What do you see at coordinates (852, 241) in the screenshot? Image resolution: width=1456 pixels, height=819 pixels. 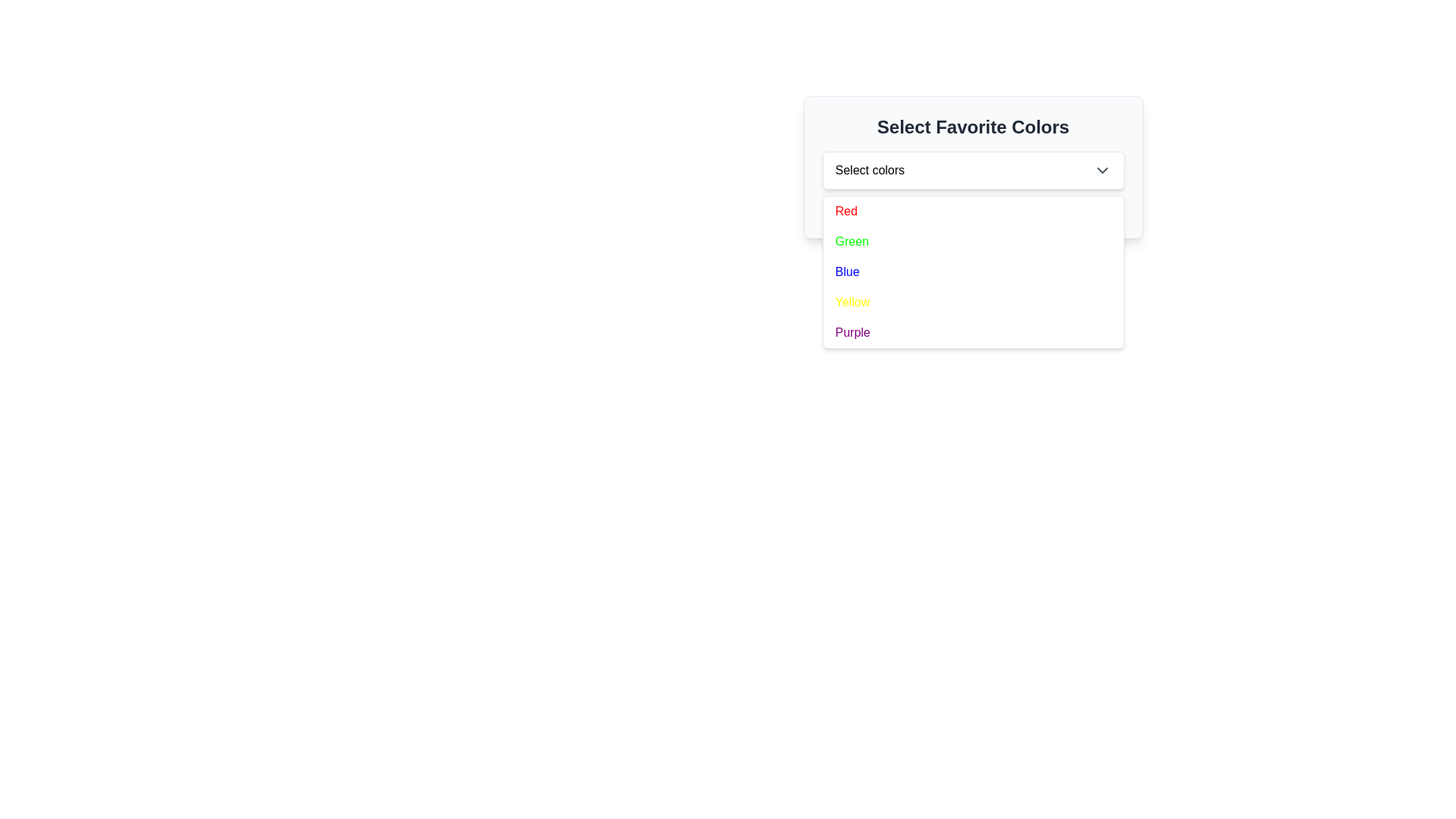 I see `the textual label displaying 'Green' in the dropdown menu titled 'Select Favorite Colors'` at bounding box center [852, 241].